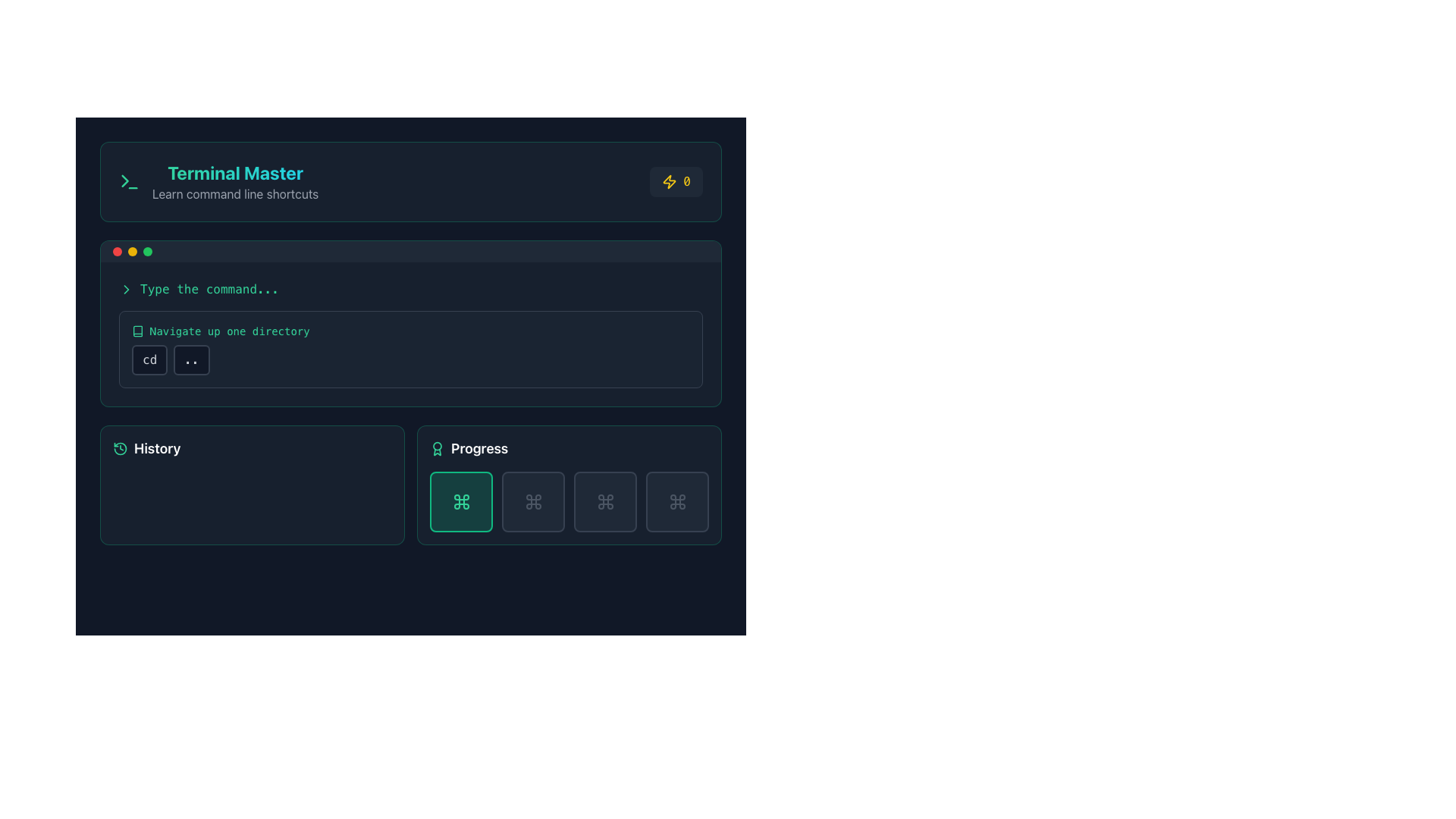 The width and height of the screenshot is (1456, 819). Describe the element at coordinates (460, 502) in the screenshot. I see `the Icon representing progress-related commands located in the bottom-right of the interface layout within the 'Progress' panel` at that location.